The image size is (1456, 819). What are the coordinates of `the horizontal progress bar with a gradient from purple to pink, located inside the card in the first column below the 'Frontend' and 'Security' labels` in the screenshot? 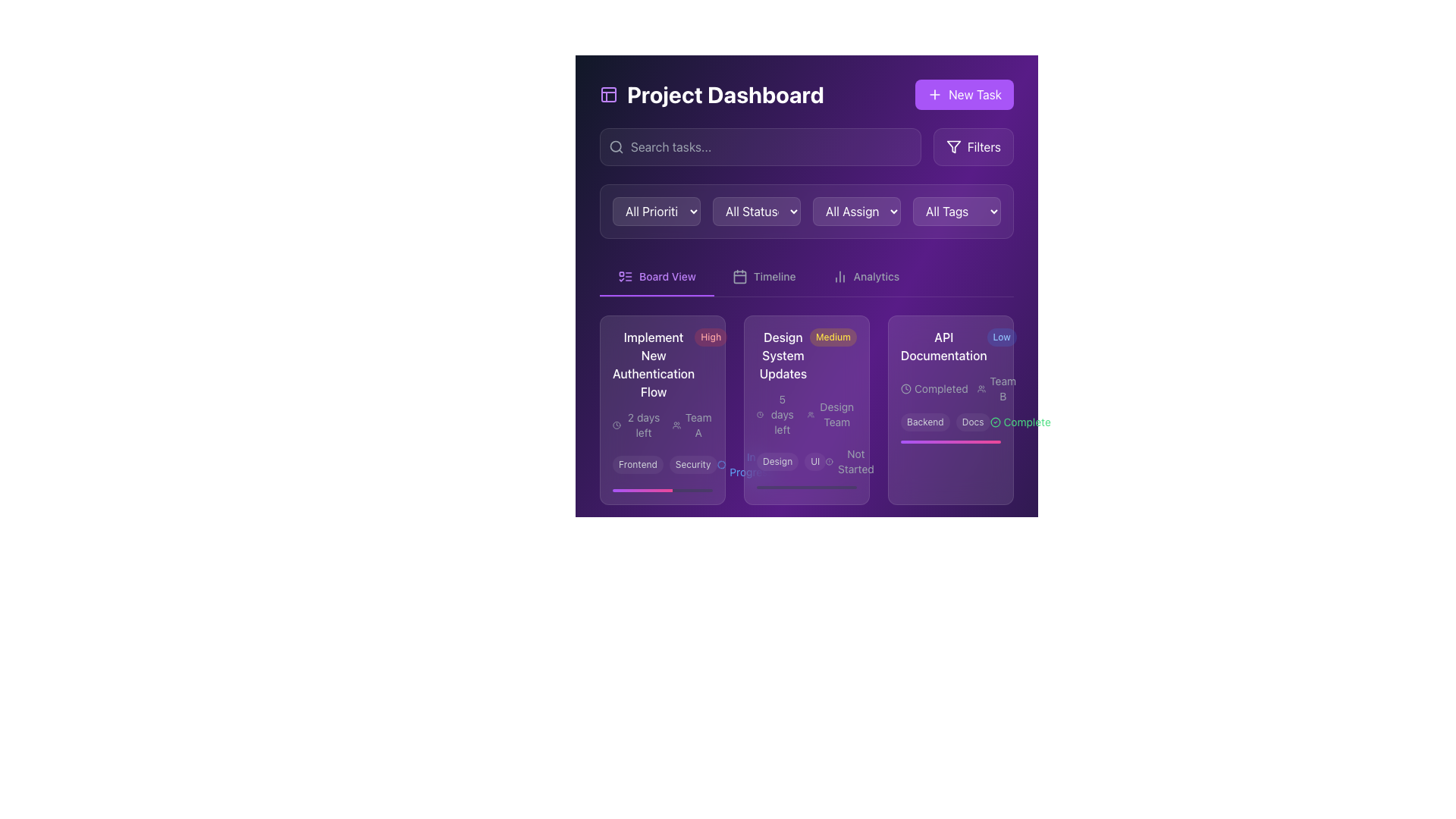 It's located at (642, 491).